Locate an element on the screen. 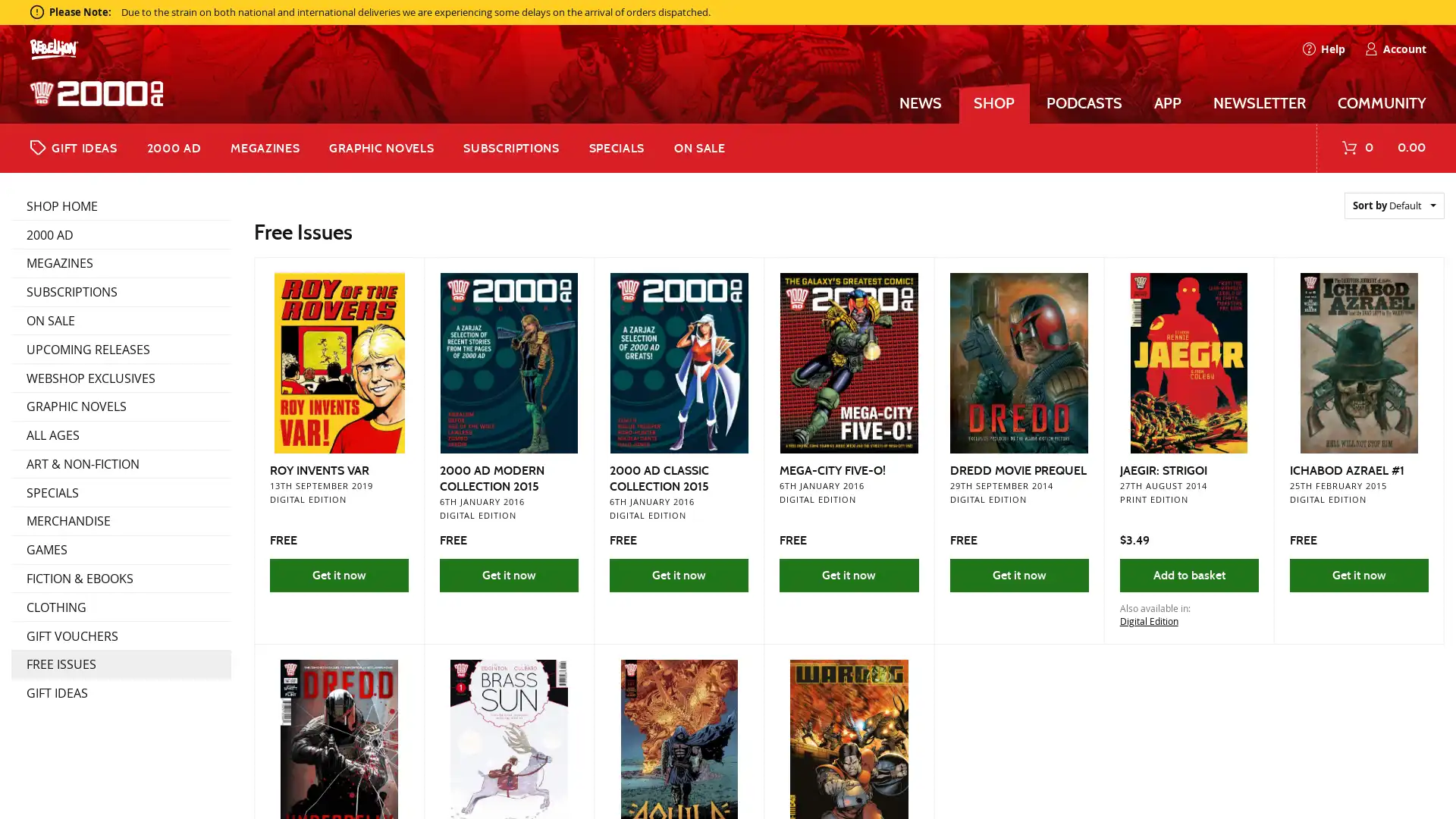  Get it now is located at coordinates (848, 575).